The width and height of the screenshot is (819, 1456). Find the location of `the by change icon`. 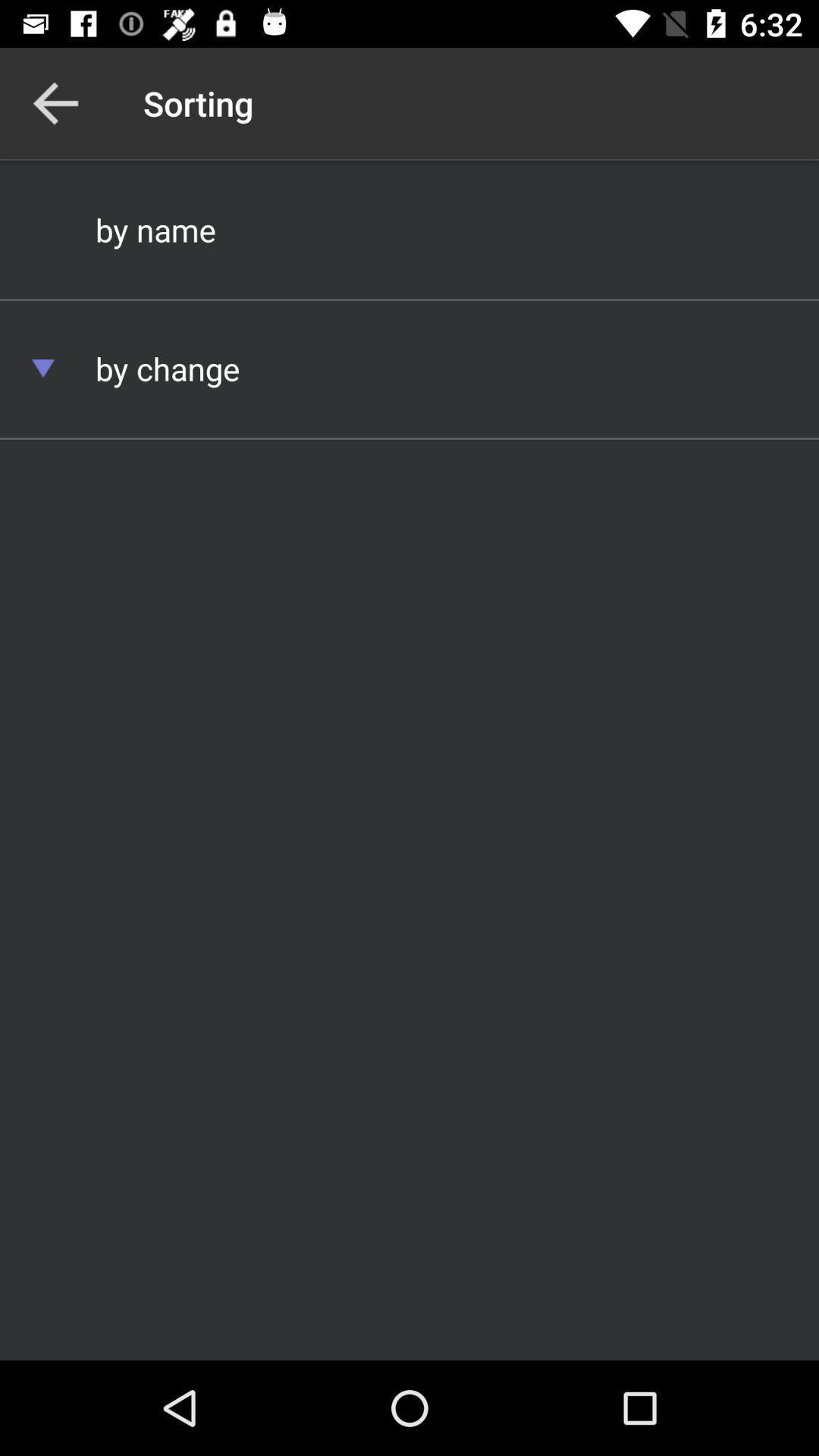

the by change icon is located at coordinates (409, 368).